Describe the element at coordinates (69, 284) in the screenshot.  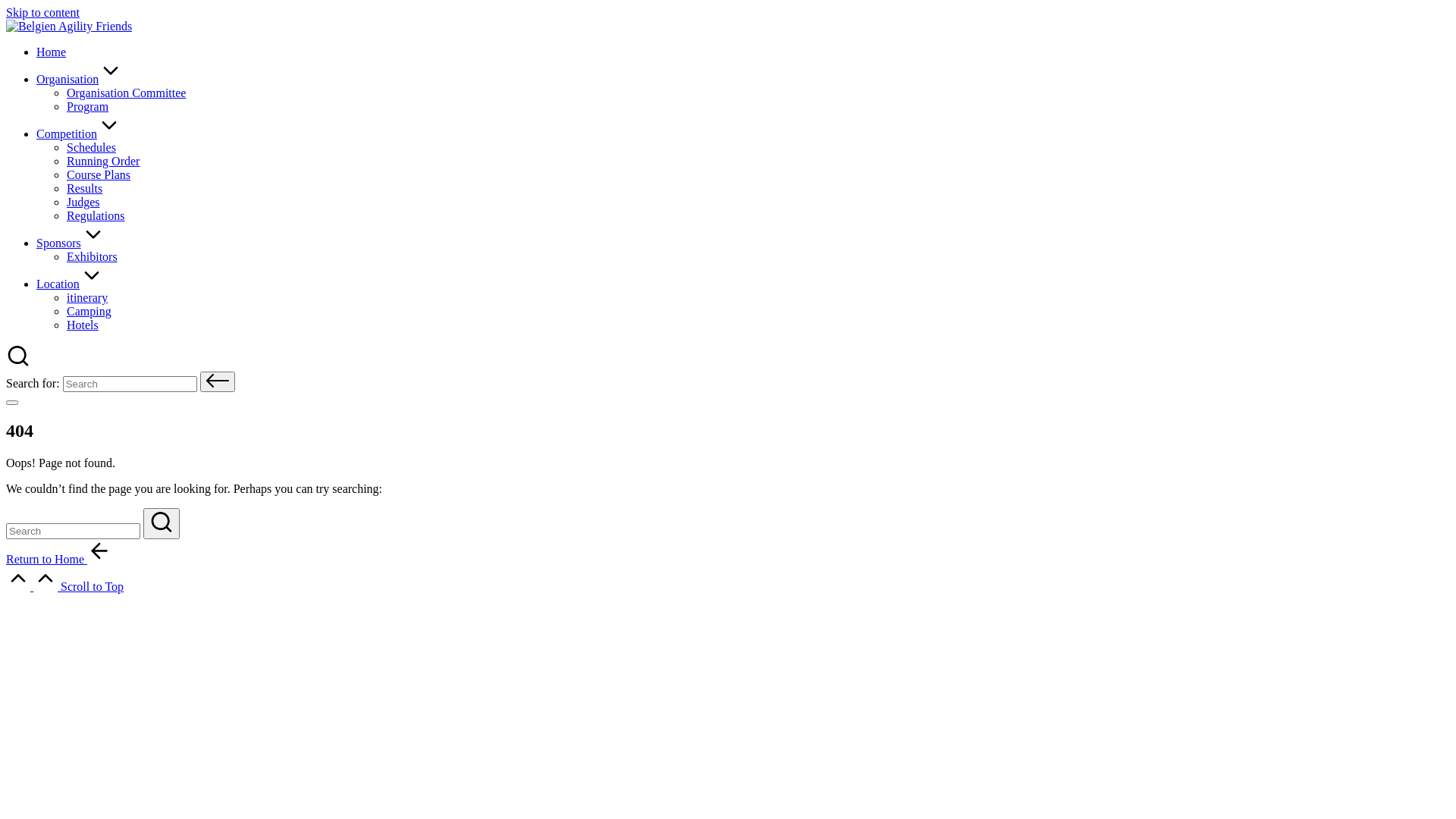
I see `'Location'` at that location.